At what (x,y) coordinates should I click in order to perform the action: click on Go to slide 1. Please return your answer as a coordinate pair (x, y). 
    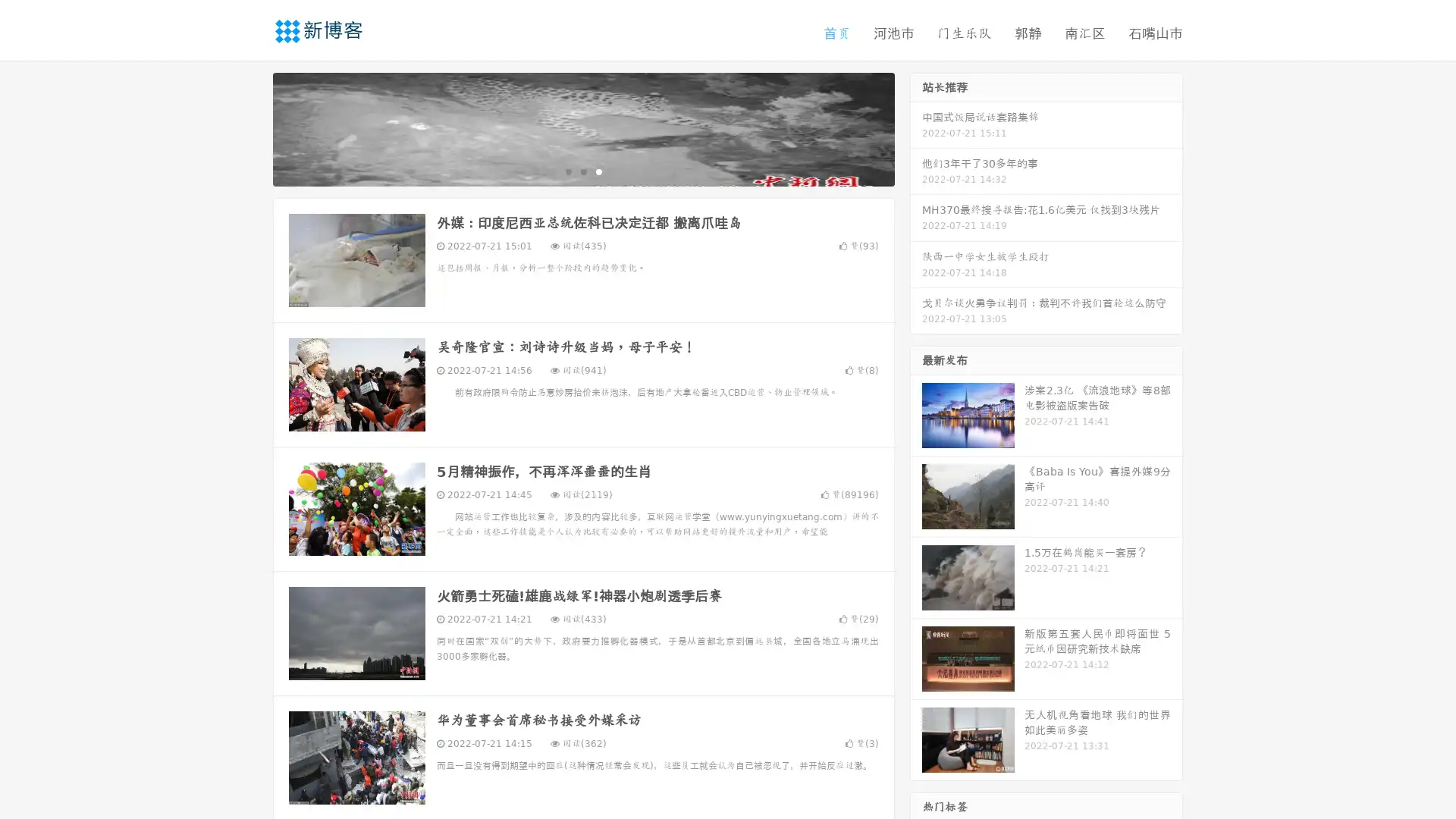
    Looking at the image, I should click on (567, 171).